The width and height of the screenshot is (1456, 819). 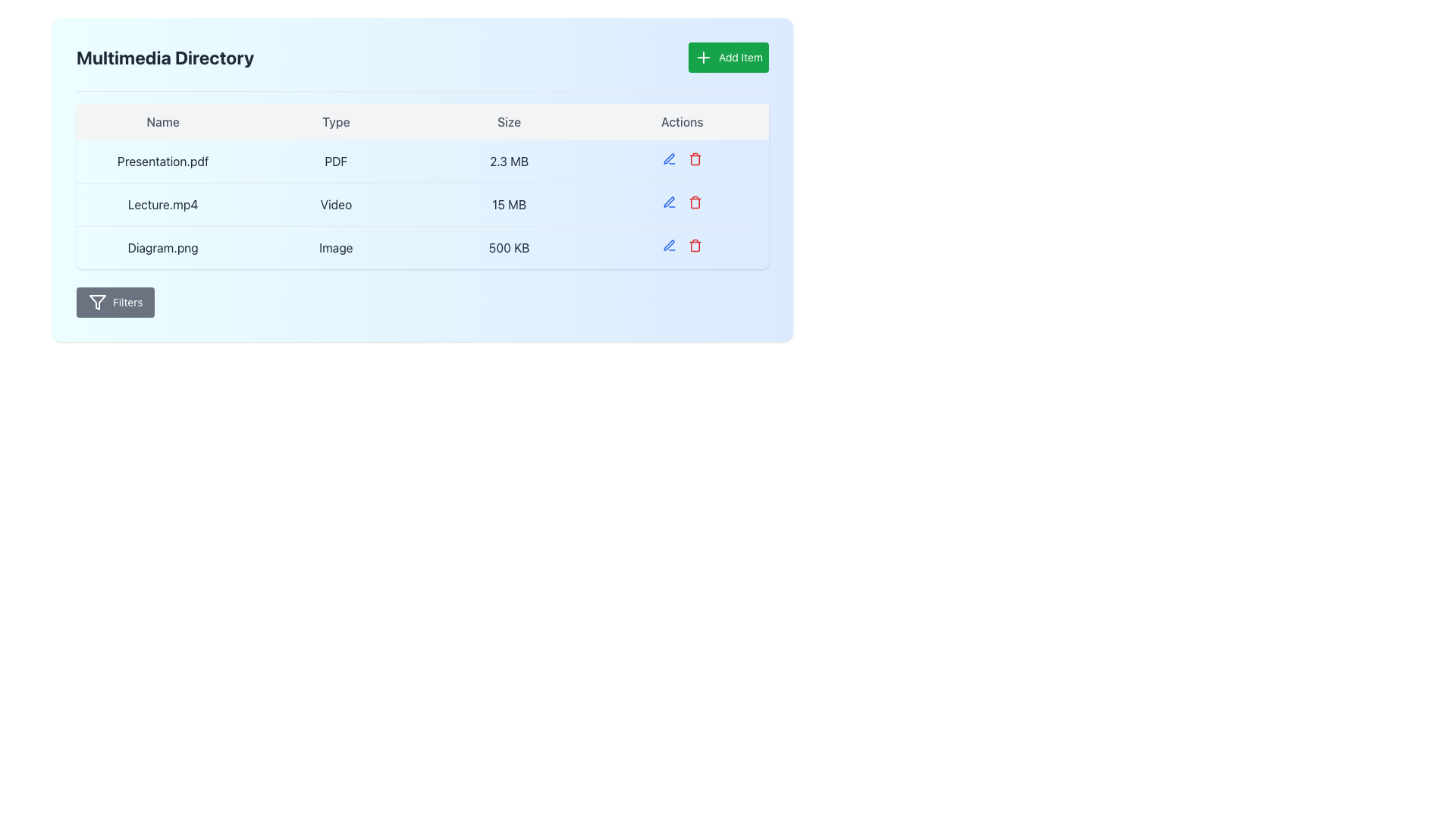 I want to click on the pen icon in the 'Actions' column of the multimedia directory table to initiate an edit action for the 'Diagram.png' row, so click(x=668, y=245).